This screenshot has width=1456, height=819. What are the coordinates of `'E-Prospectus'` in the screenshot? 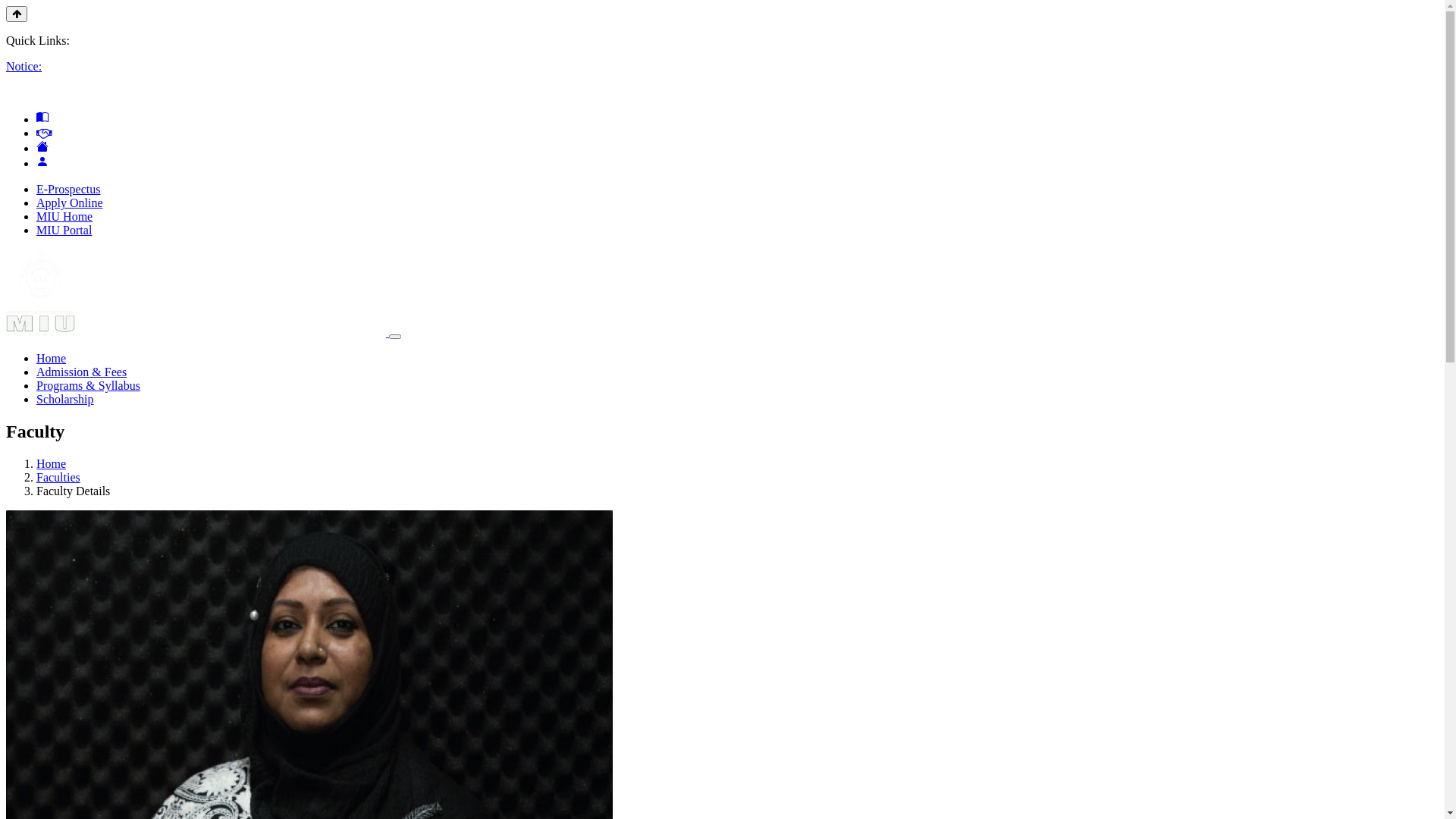 It's located at (67, 188).